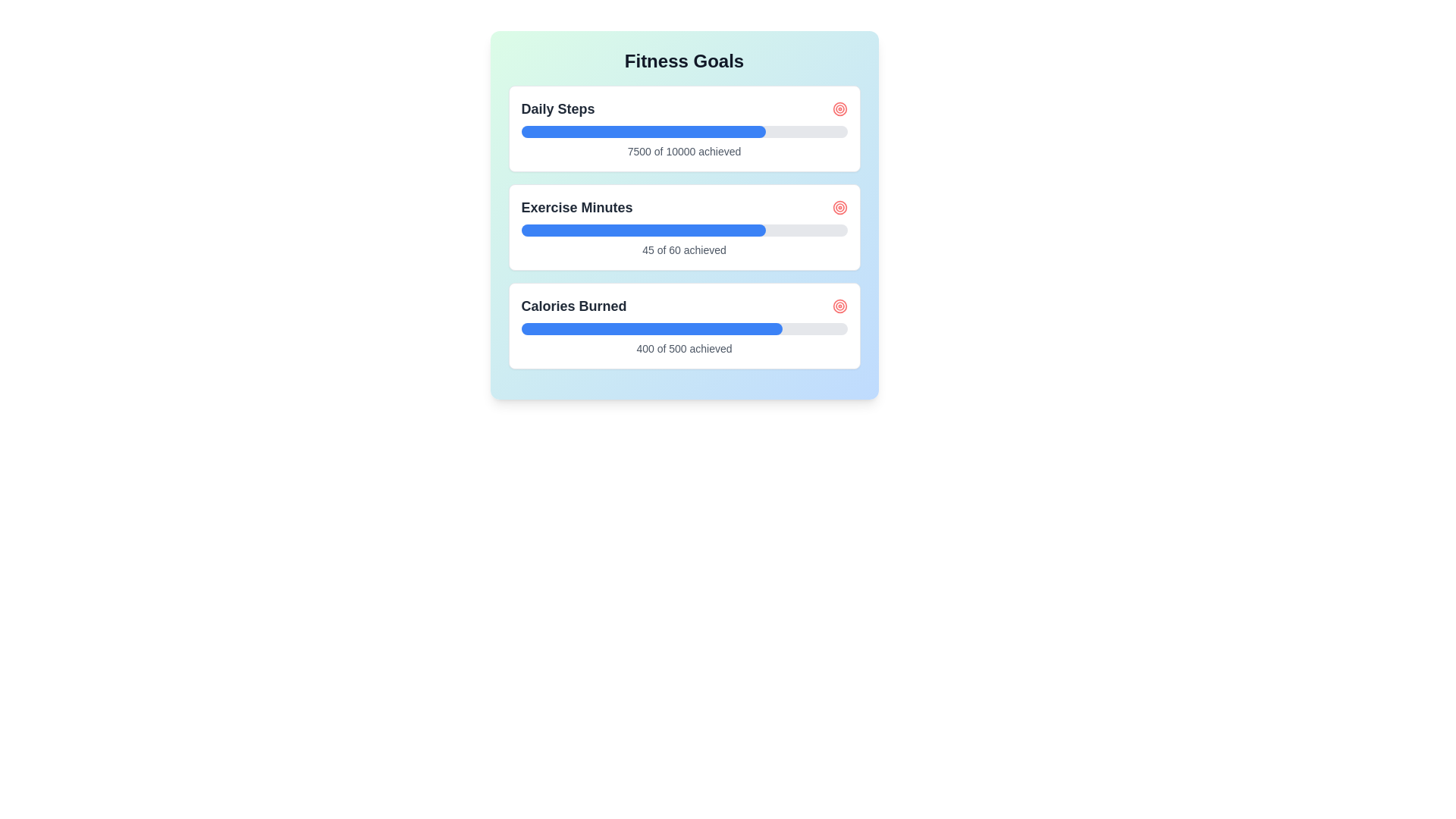 Image resolution: width=1456 pixels, height=819 pixels. What do you see at coordinates (839, 207) in the screenshot?
I see `the largest concentric circle within the 'Exercise Minutes' card, located near the upper-right corner of the card, which serves as a visual cue for the associated goal indicator` at bounding box center [839, 207].